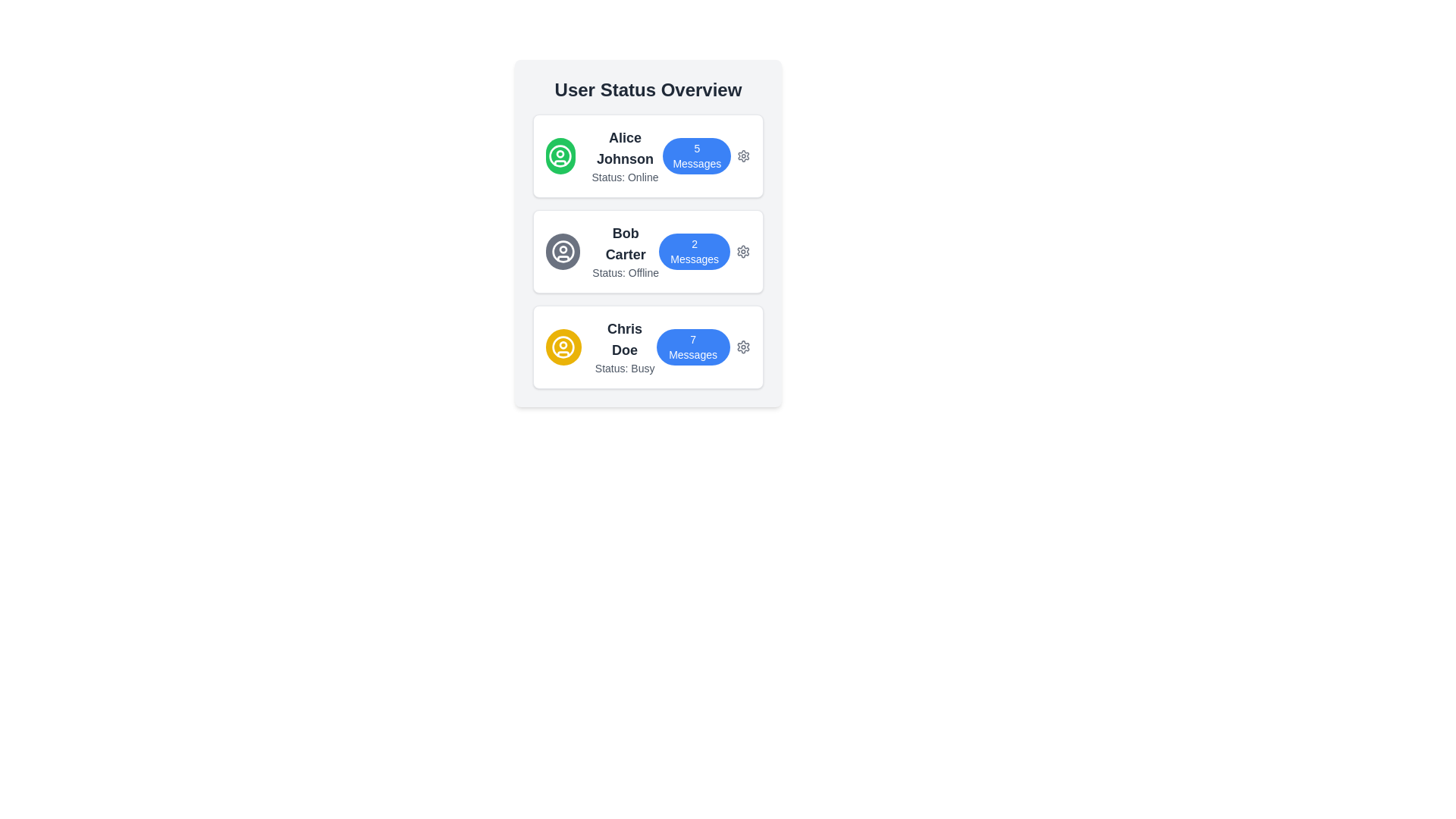 This screenshot has height=819, width=1456. Describe the element at coordinates (562, 250) in the screenshot. I see `the Avatar icon representing 'Bob Carter', which is a circular icon with a gray background and a white user-shaped figure, located to the left of the name and status text` at that location.